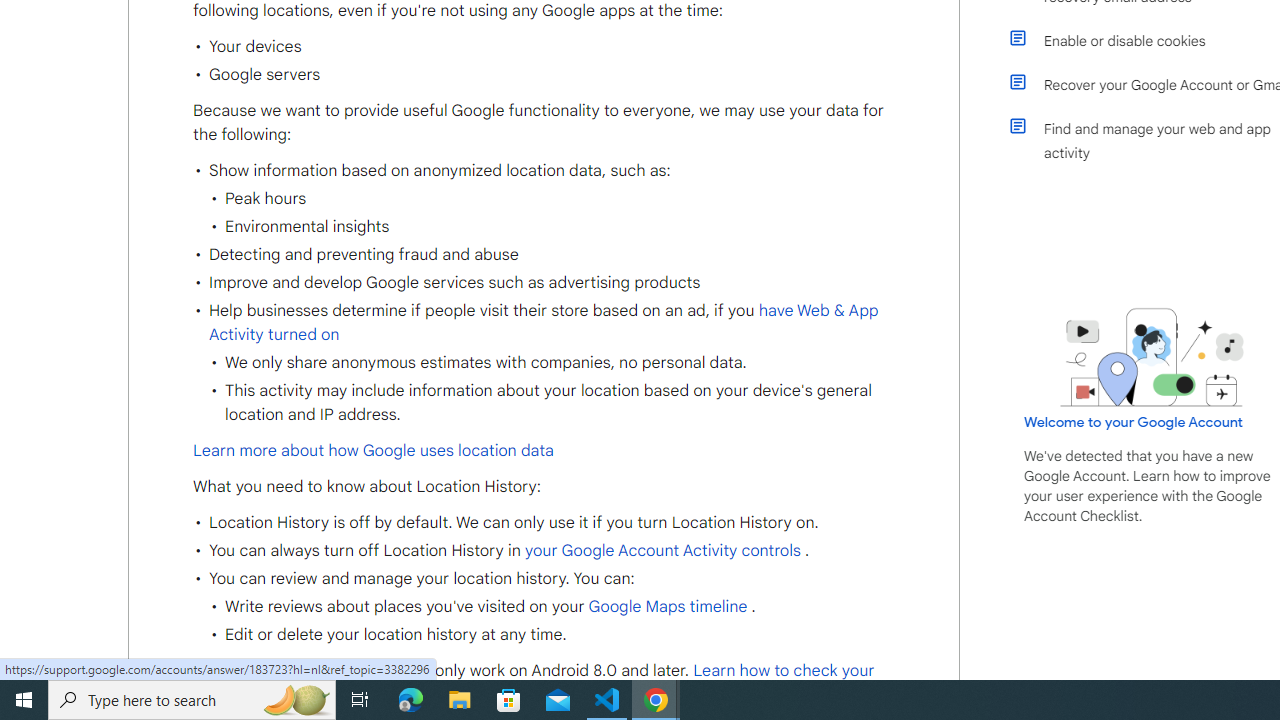 This screenshot has height=720, width=1280. Describe the element at coordinates (1134, 421) in the screenshot. I see `'Welcome to your Google Account'` at that location.